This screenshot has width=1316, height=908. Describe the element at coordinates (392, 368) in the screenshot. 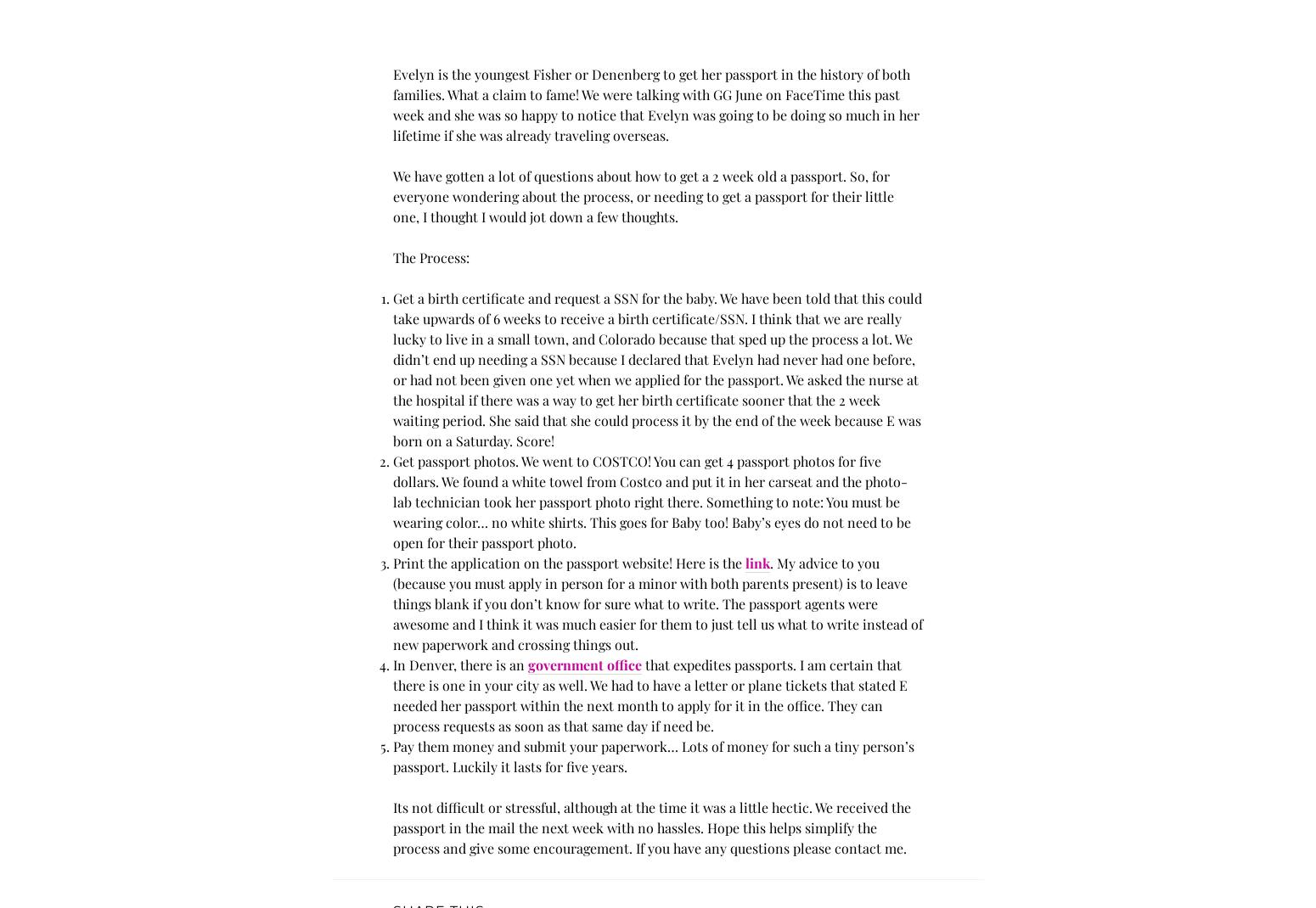

I see `'Get a birth certificate and request a SSN for the baby. We have been told that this could take upwards of 6 weeks to receive a birth certificate/SSN. I think that we are really lucky to live in a small town, and Colorado because that sped up the process a lot. We didn’t end up needing a SSN because I declared that Evelyn had never had one before, or had not been given one yet when we applied for the passport. We asked the nurse at the hospital if there was a way to get her birth certificate sooner that the 2 week waiting period. She said that she could process it by the end of the week because E was born on a Saturday. Score!'` at that location.